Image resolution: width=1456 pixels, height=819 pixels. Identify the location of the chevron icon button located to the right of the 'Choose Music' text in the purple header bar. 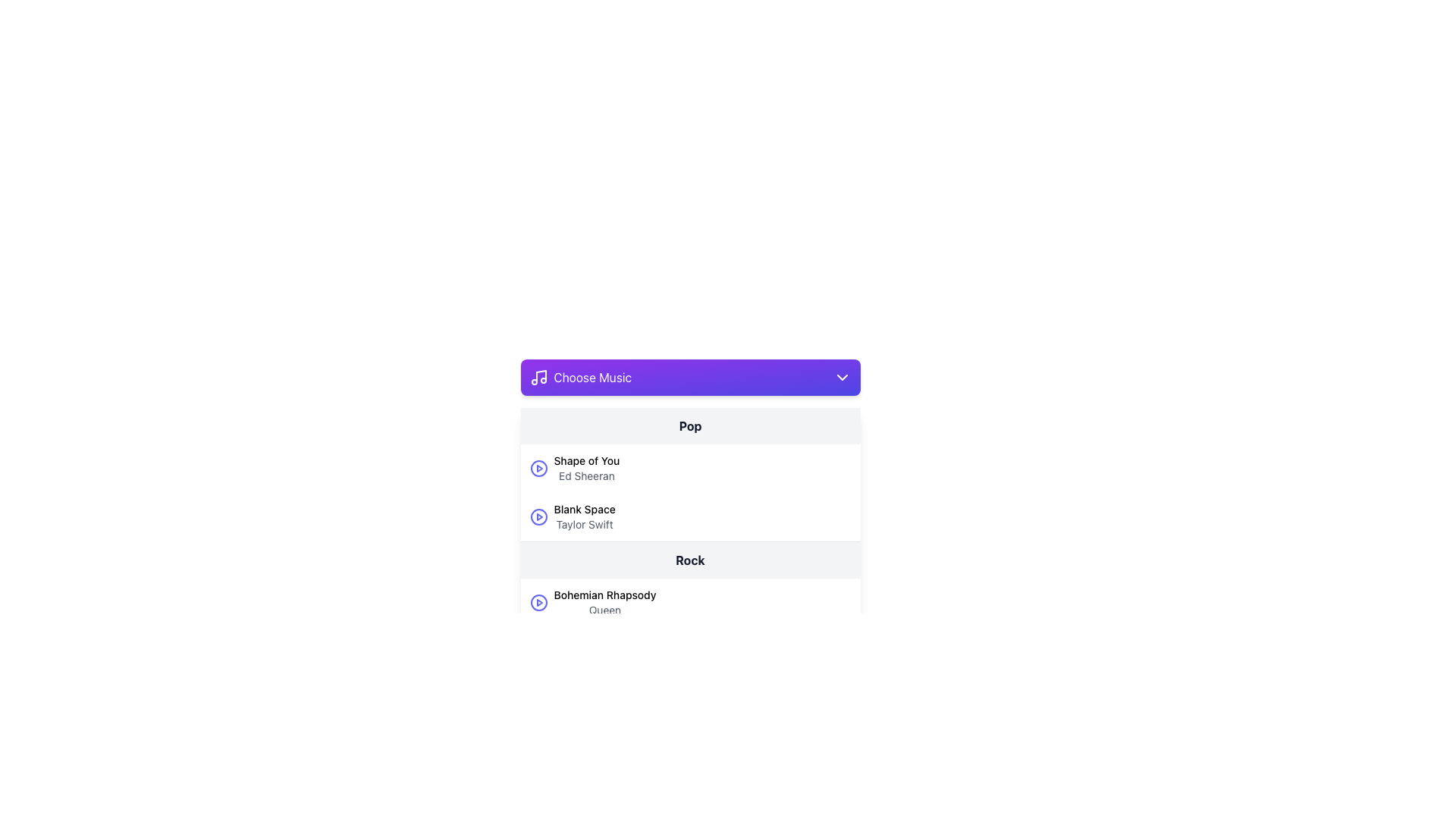
(841, 376).